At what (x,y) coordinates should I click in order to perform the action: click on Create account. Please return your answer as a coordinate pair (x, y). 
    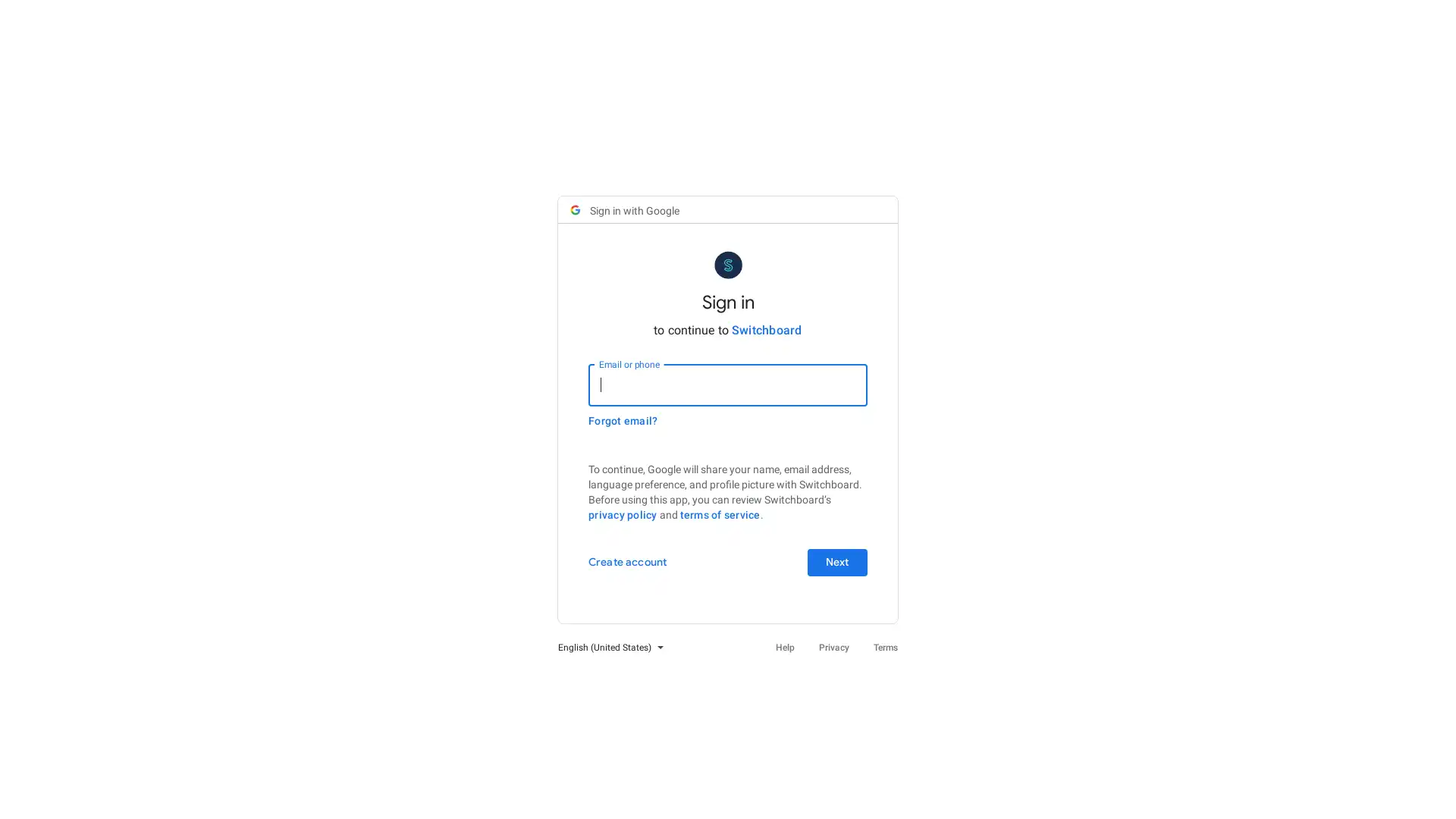
    Looking at the image, I should click on (627, 561).